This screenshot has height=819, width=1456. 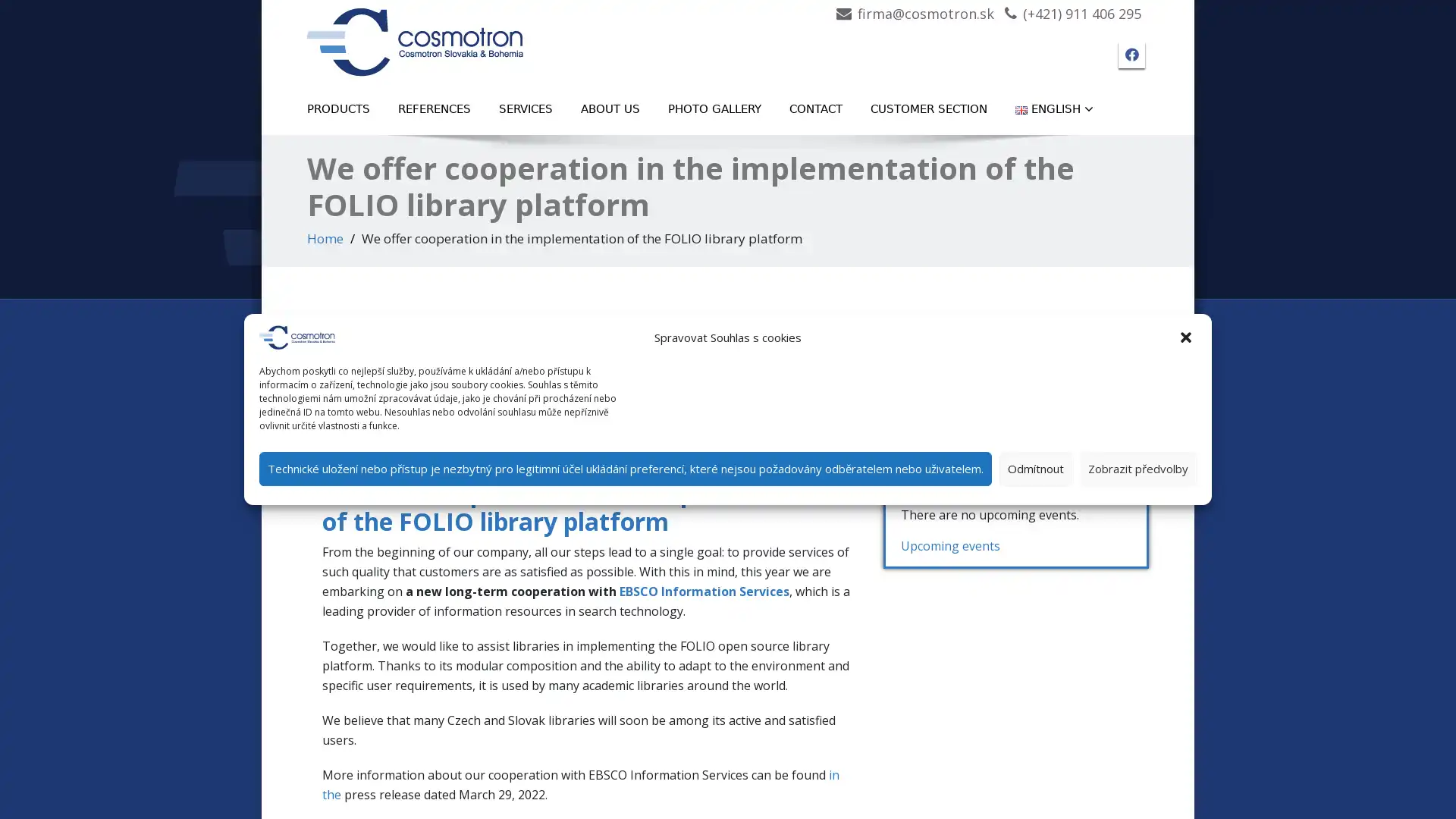 What do you see at coordinates (1138, 467) in the screenshot?
I see `Zobrazit predvolby` at bounding box center [1138, 467].